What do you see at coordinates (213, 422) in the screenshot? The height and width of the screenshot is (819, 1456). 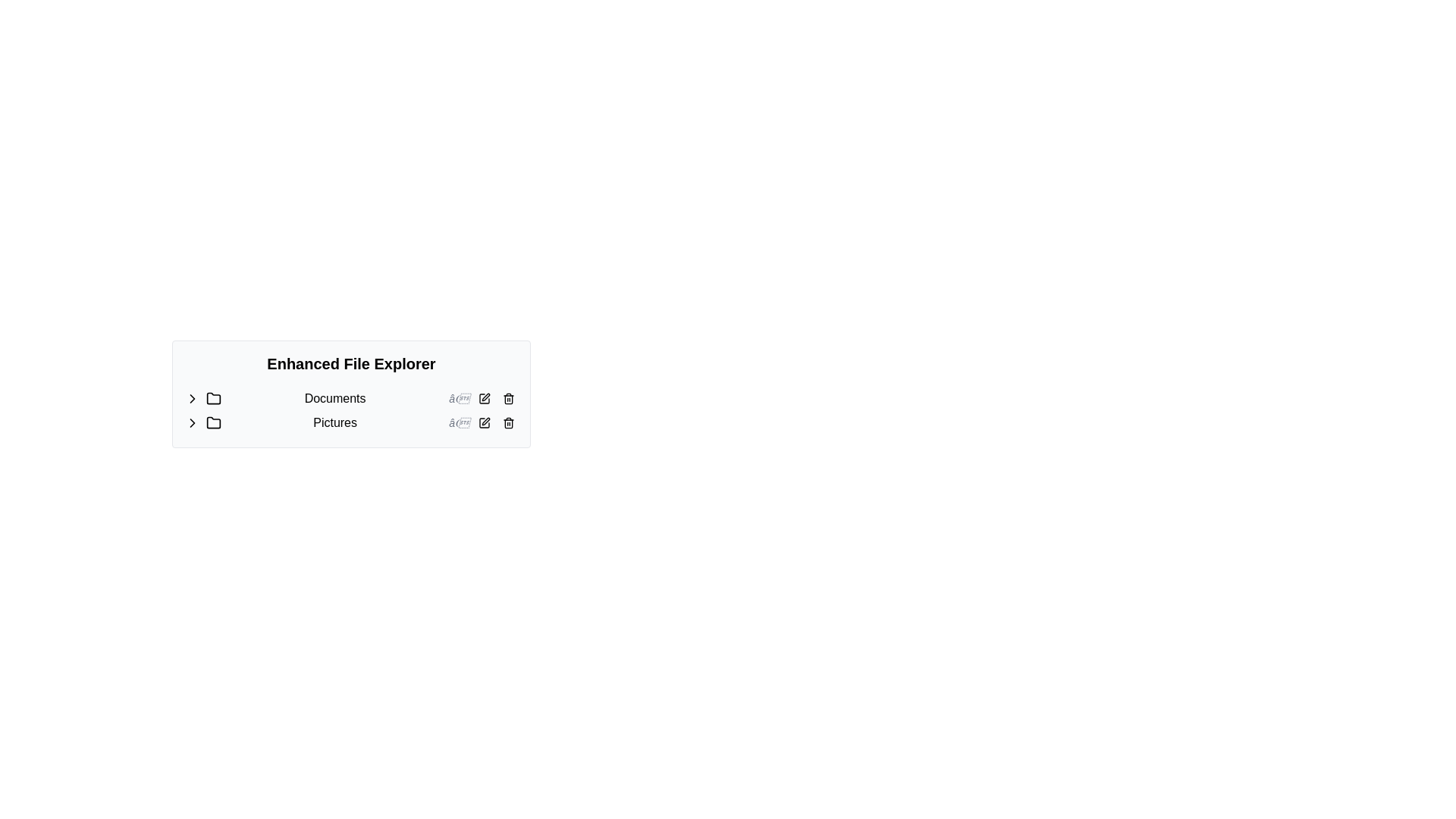 I see `the folder icon representing the 'Pictures' entry in the file explorer list, which is the second item in the sequence` at bounding box center [213, 422].